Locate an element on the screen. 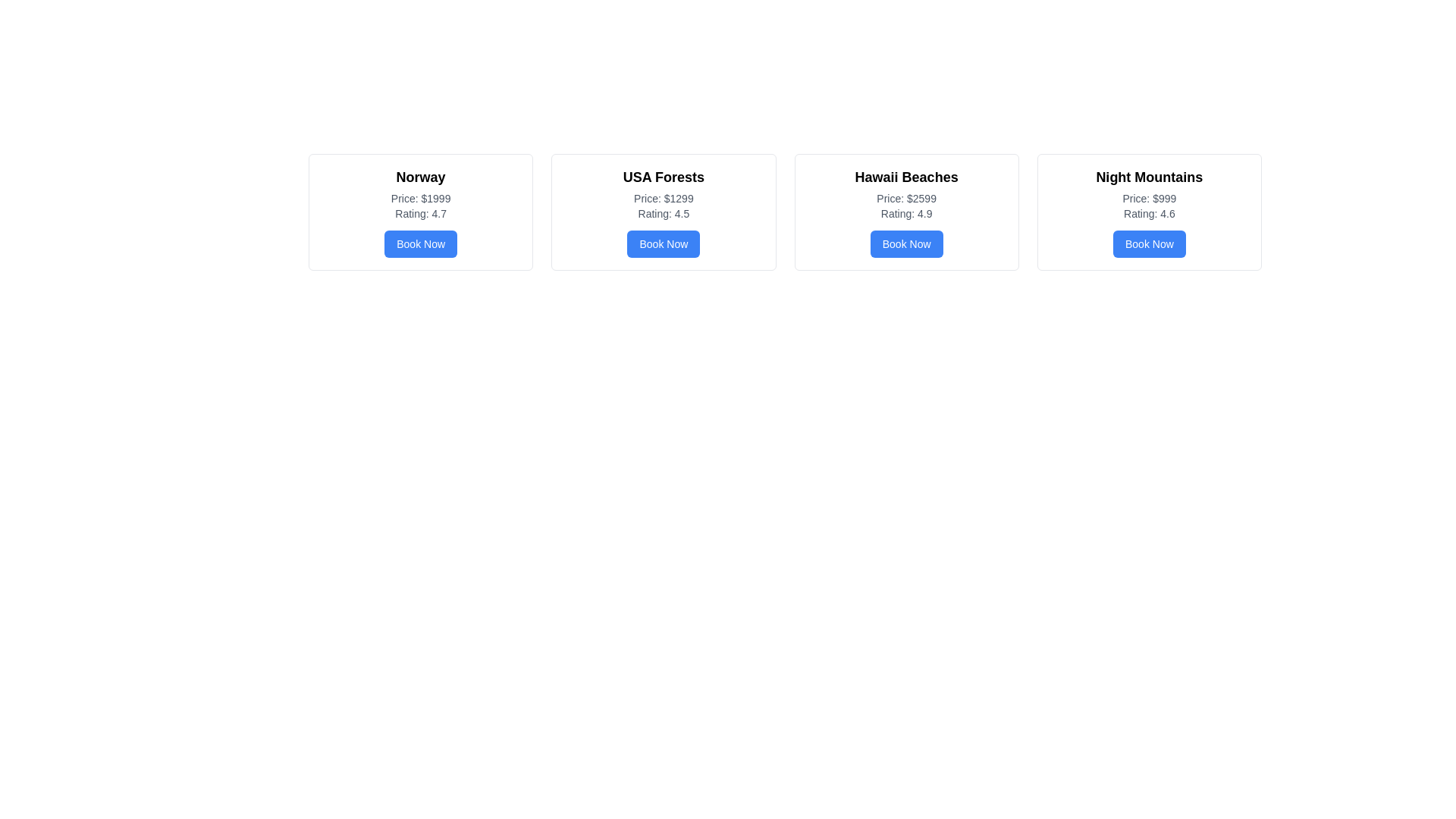  the Text Label displaying the title of the travel destination in the fourth card of the horizontal series is located at coordinates (1149, 177).